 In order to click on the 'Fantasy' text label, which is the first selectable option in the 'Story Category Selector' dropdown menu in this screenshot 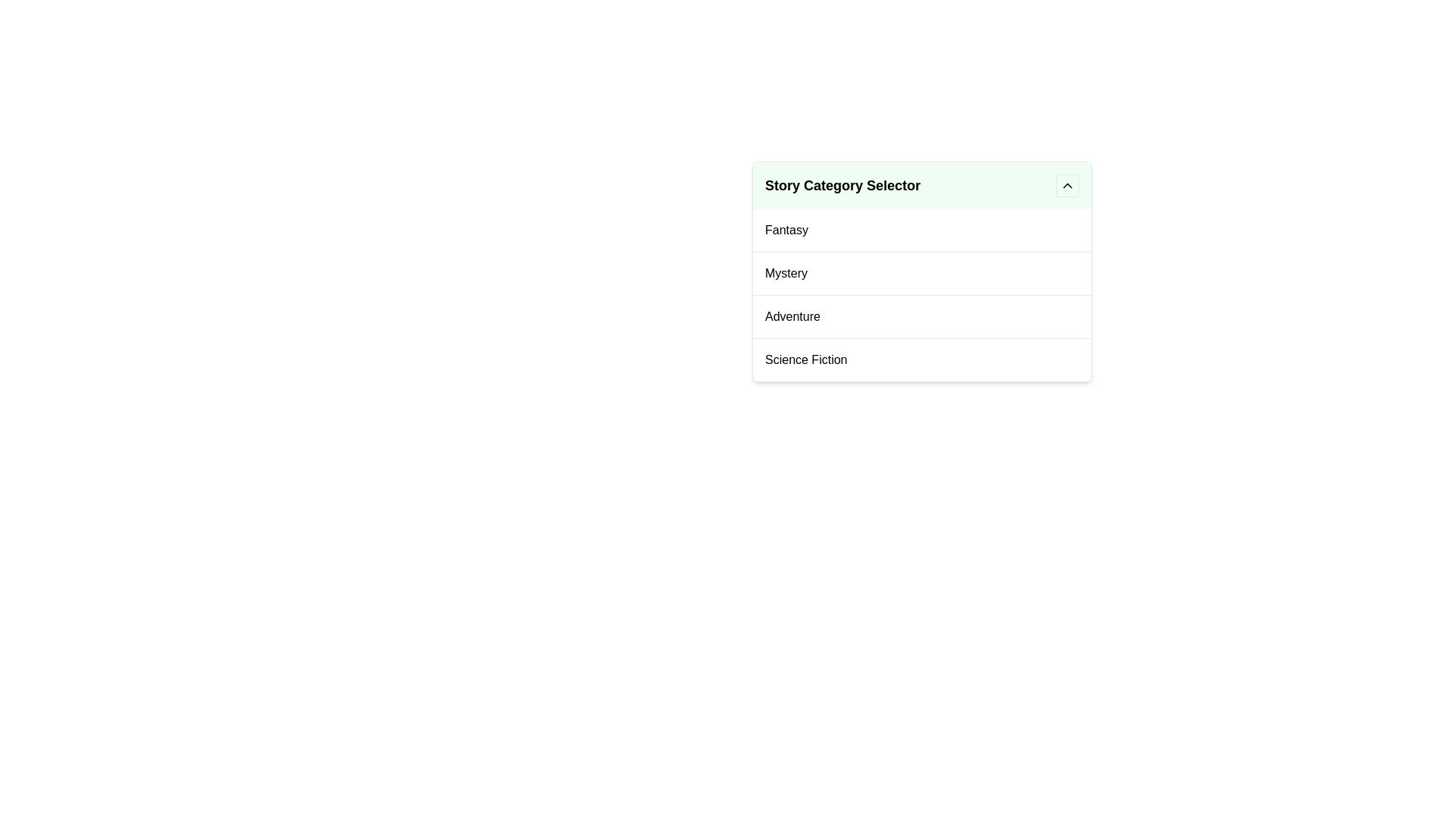, I will do `click(786, 231)`.